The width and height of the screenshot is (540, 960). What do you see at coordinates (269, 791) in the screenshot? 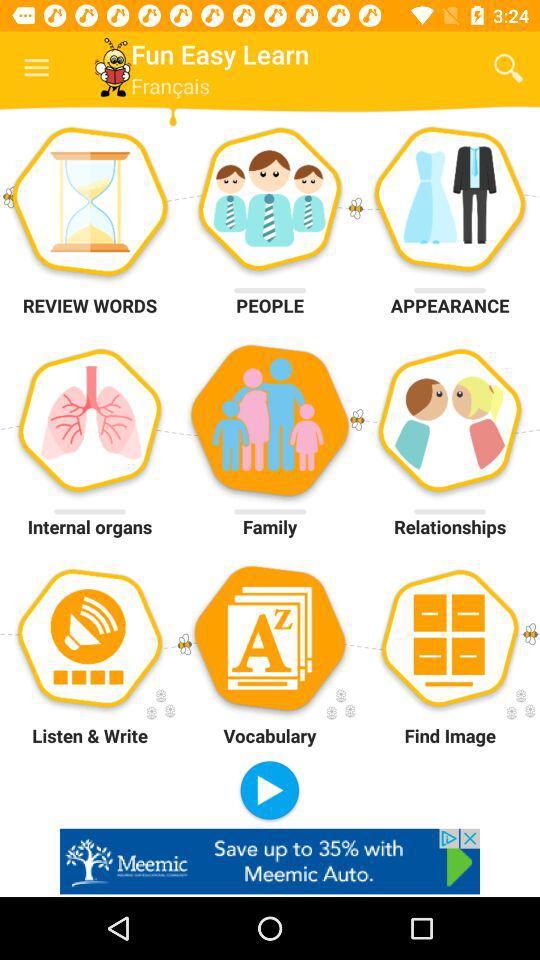
I see `play` at bounding box center [269, 791].